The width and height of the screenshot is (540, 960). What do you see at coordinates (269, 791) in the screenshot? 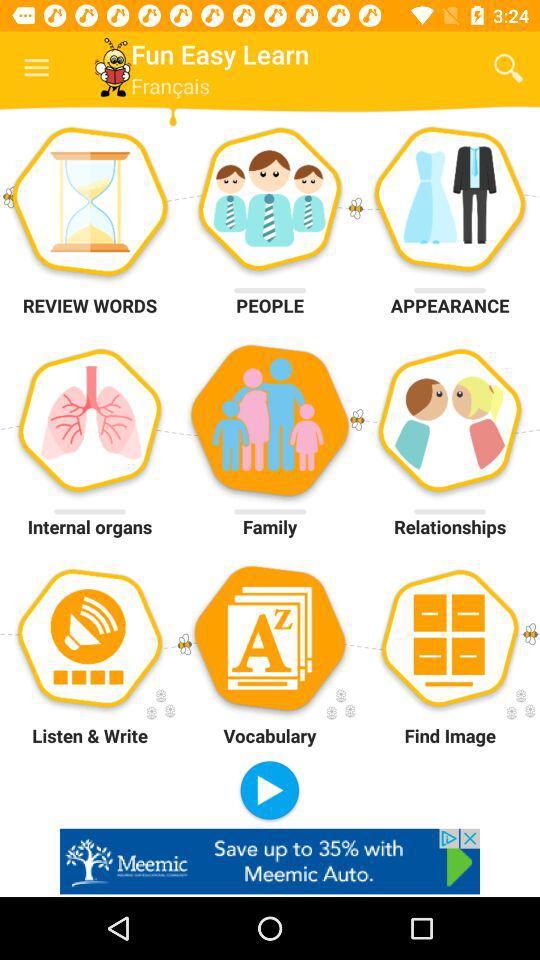
I see `play` at bounding box center [269, 791].